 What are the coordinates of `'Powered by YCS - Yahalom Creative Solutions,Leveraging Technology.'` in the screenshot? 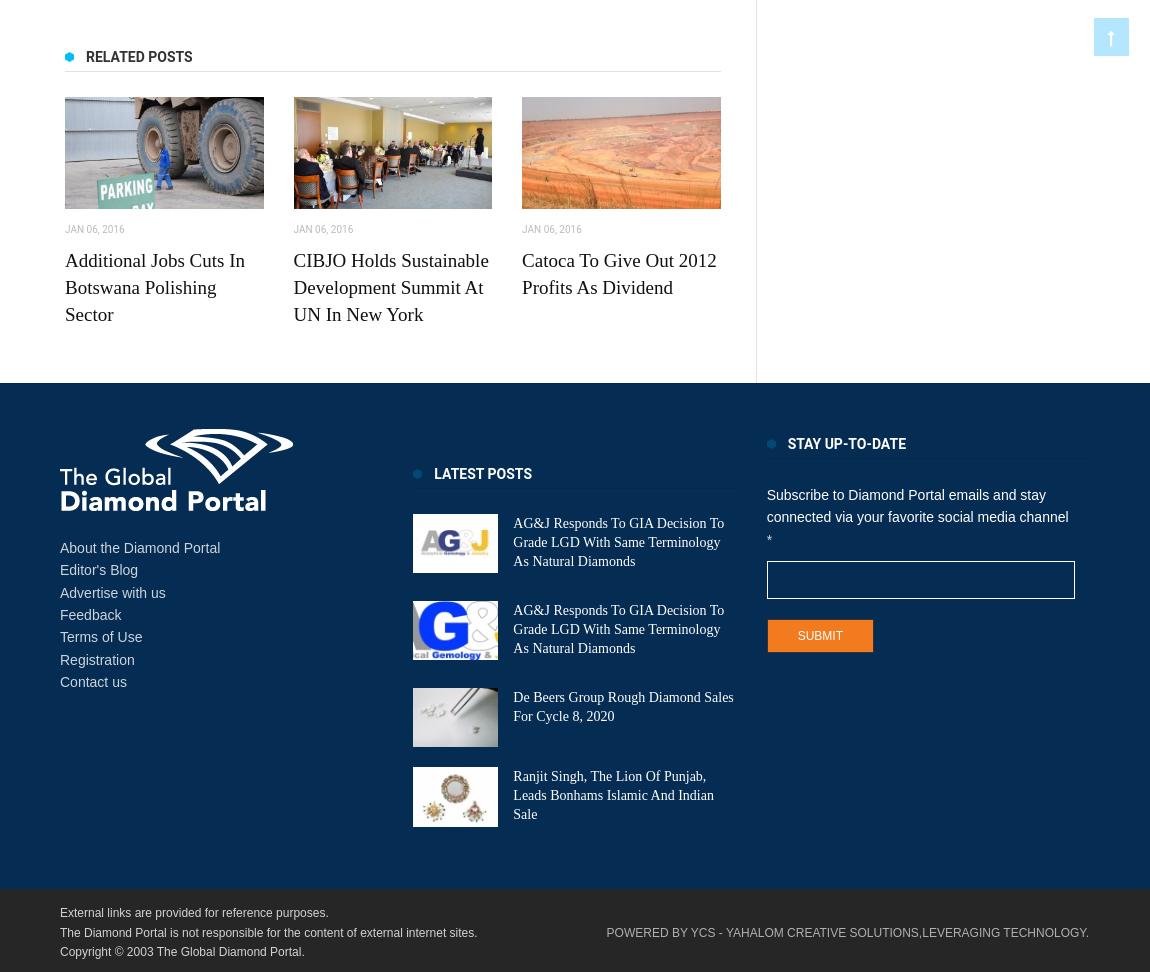 It's located at (846, 930).